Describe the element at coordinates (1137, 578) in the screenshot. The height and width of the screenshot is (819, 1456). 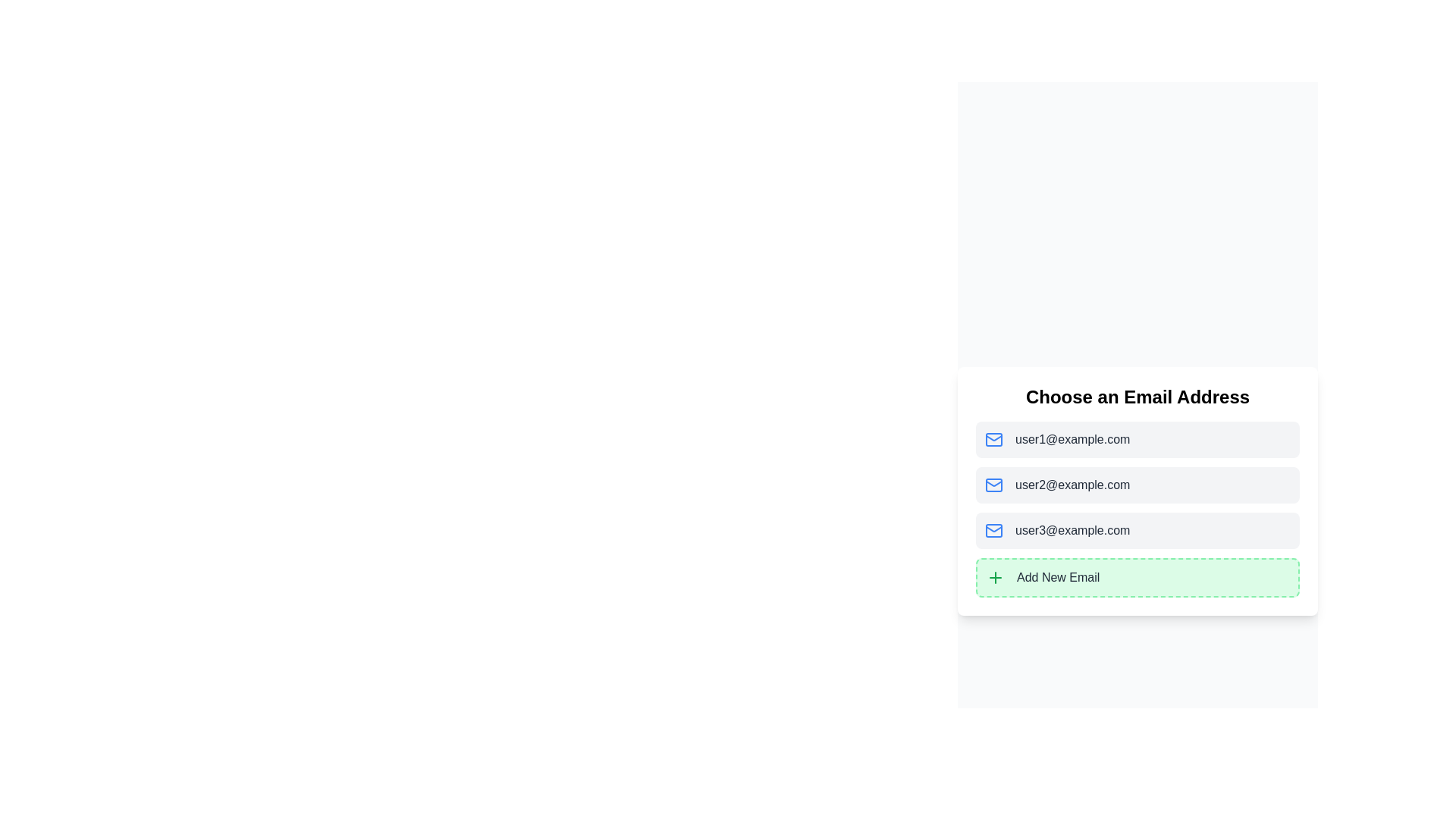
I see `'Add New Email' button to initiate adding a new email` at that location.